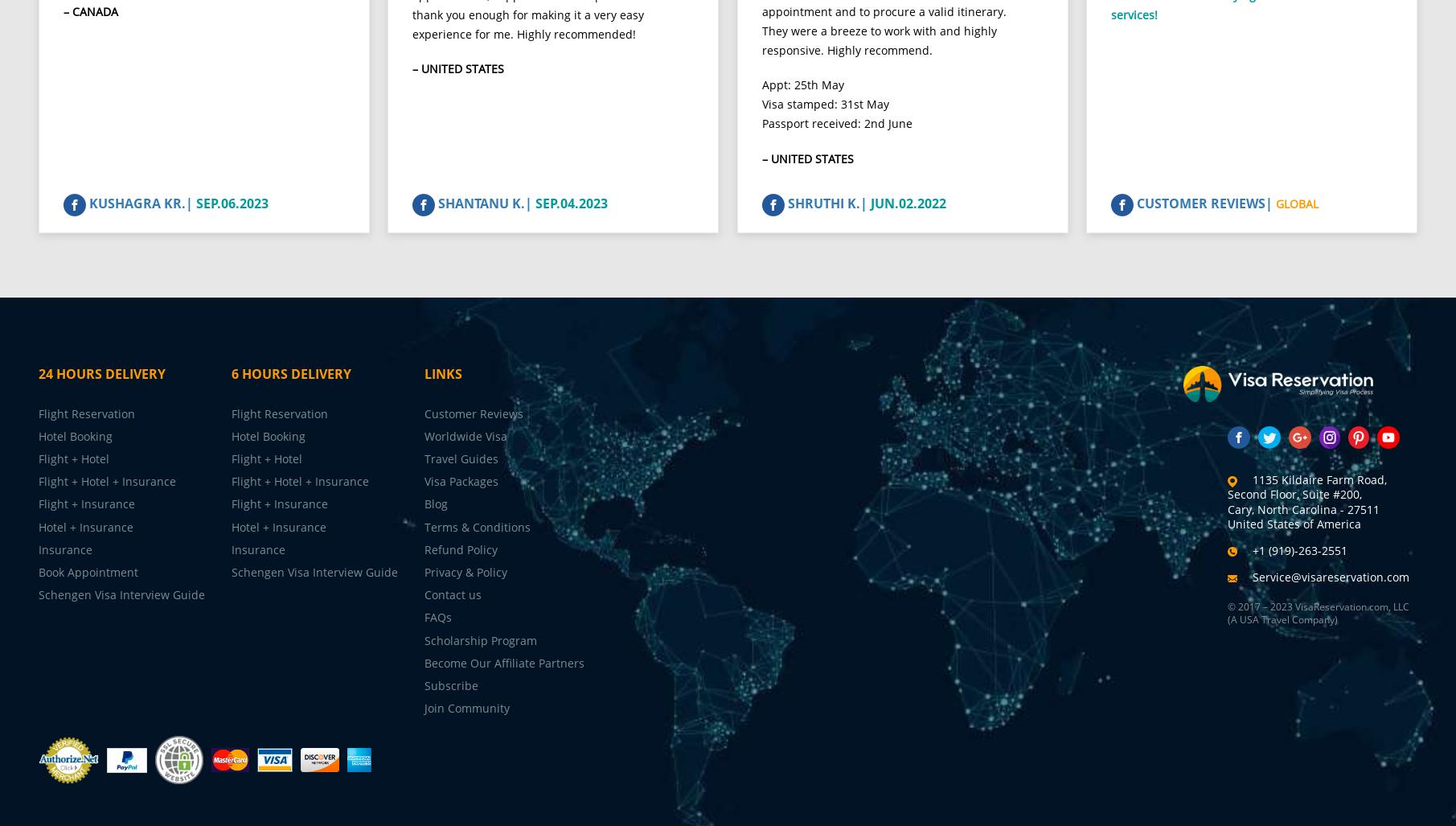 This screenshot has height=826, width=1456. I want to click on 'Second Floor, Suite #200,', so click(1293, 507).